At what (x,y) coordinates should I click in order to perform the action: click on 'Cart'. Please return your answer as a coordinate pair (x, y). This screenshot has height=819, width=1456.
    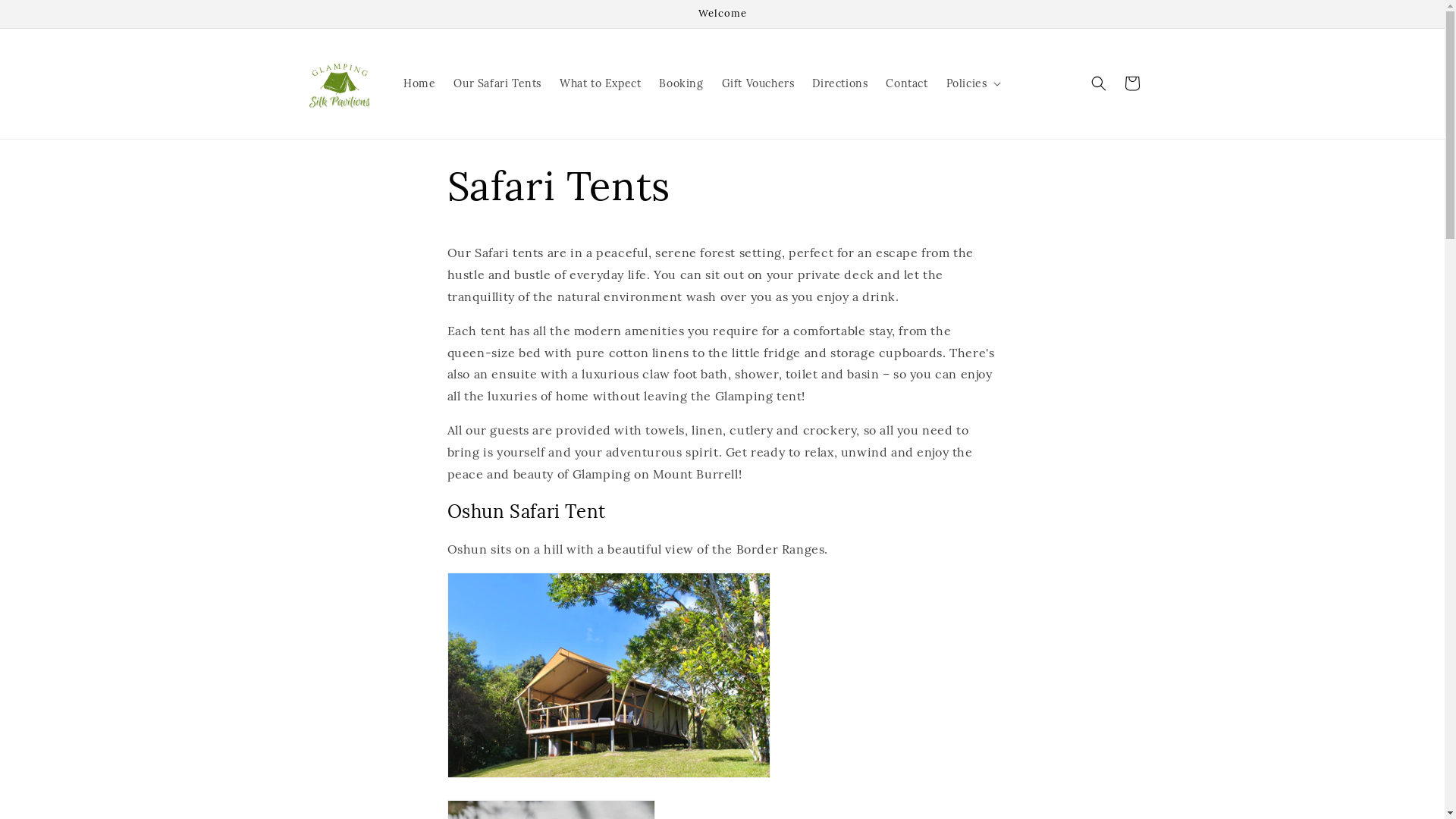
    Looking at the image, I should click on (1131, 83).